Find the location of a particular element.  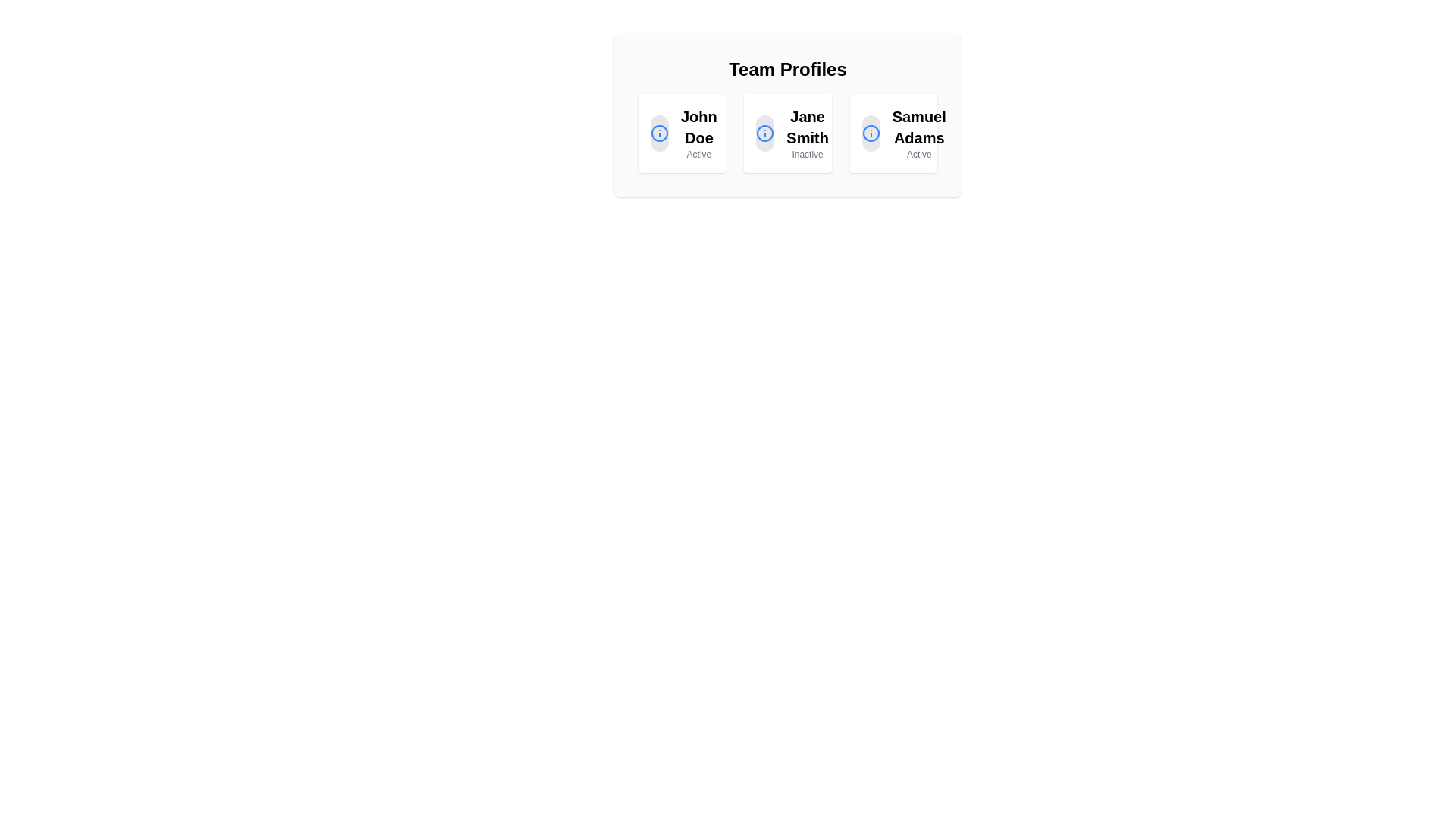

the bold text label component displaying 'Jane Smith' located in the central profile card above the 'Inactive' label is located at coordinates (807, 127).